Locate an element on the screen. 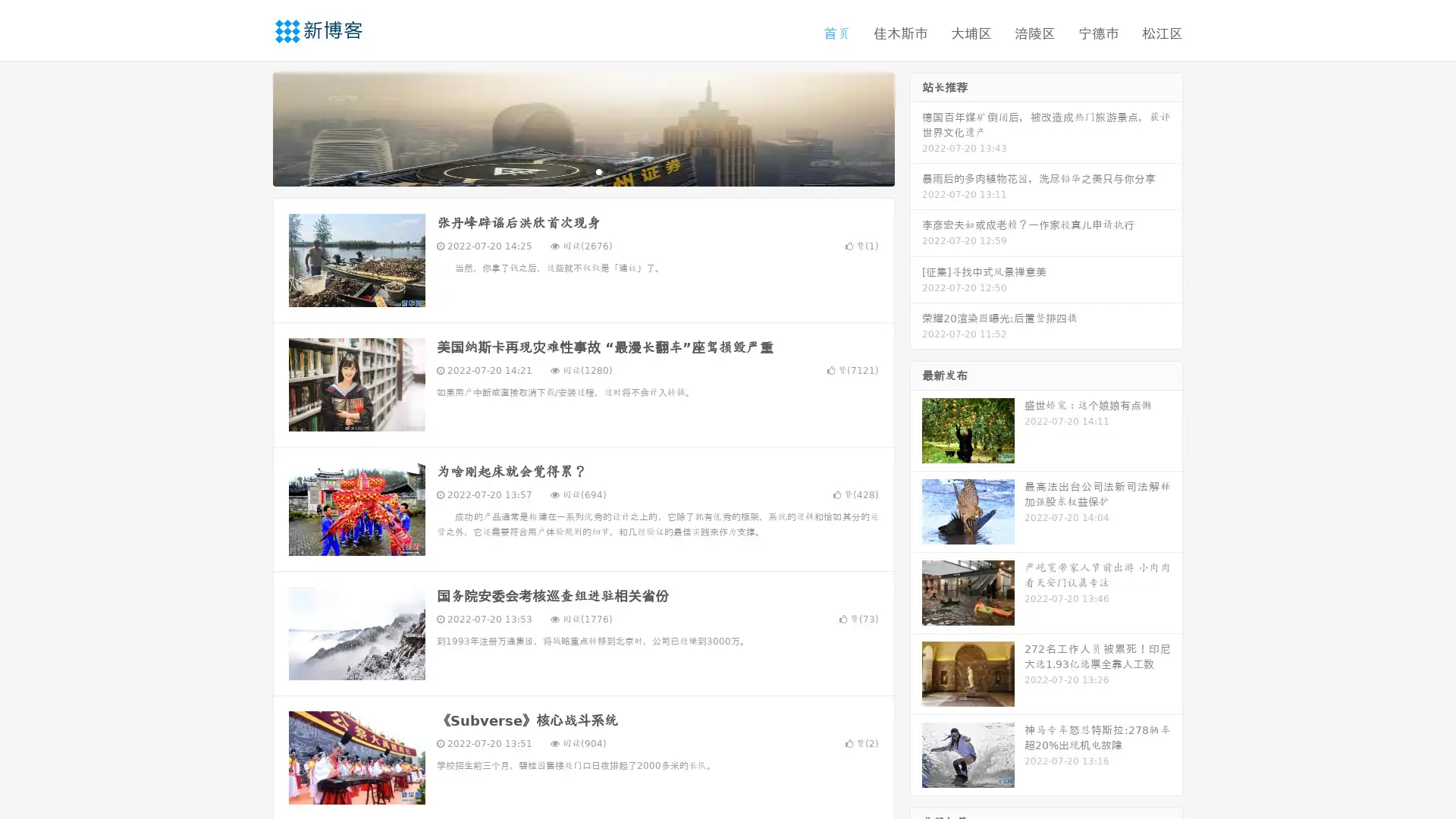  Go to slide 3 is located at coordinates (598, 171).